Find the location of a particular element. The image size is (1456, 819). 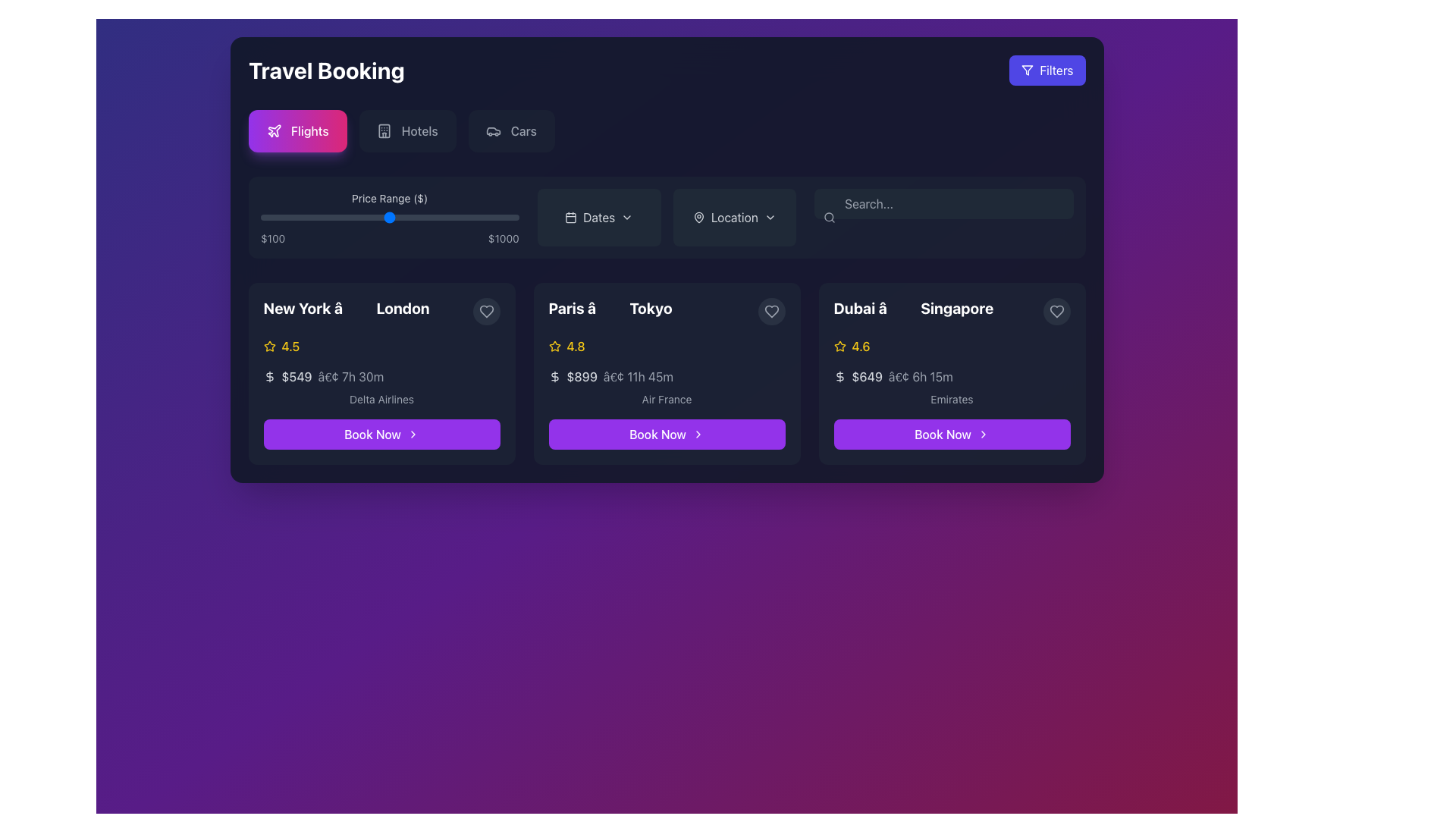

the 'Book Now' button which is a vibrant purple rectangular button with bold white text, located in the second card of a horizontal triplet, to enable keyboard interaction is located at coordinates (657, 435).